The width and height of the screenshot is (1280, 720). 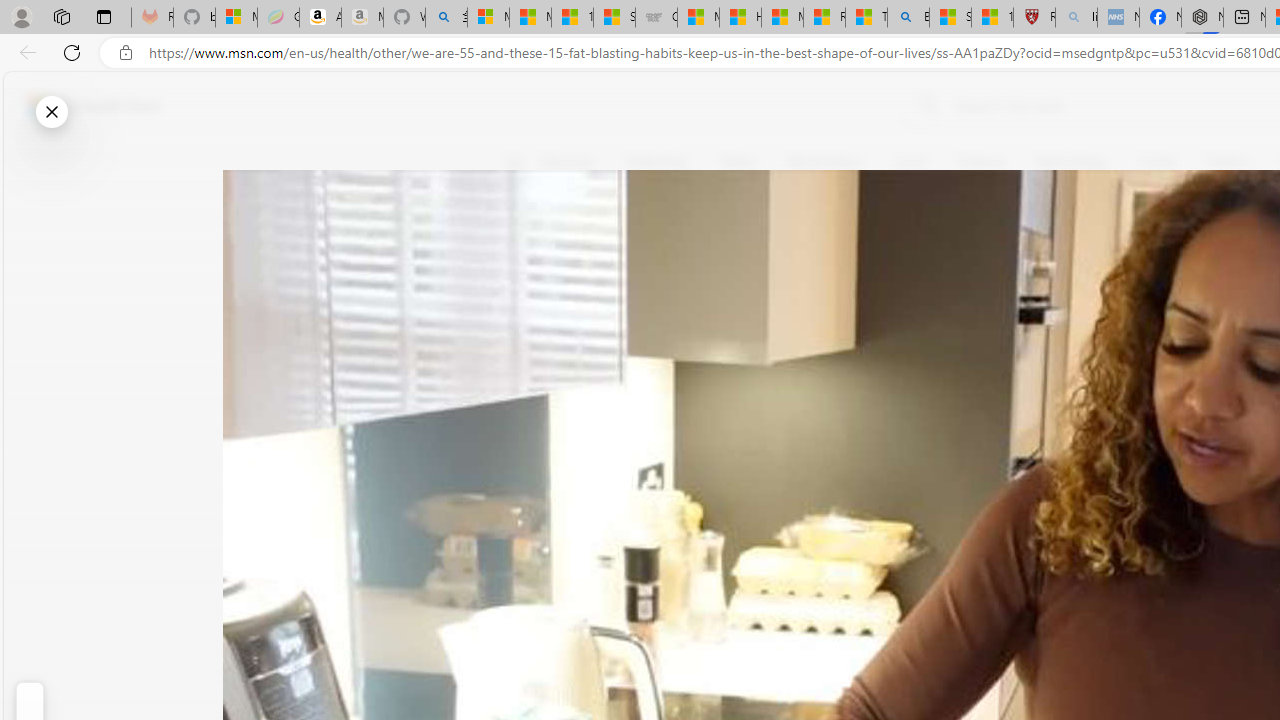 What do you see at coordinates (93, 105) in the screenshot?
I see `'Microsoft Start'` at bounding box center [93, 105].